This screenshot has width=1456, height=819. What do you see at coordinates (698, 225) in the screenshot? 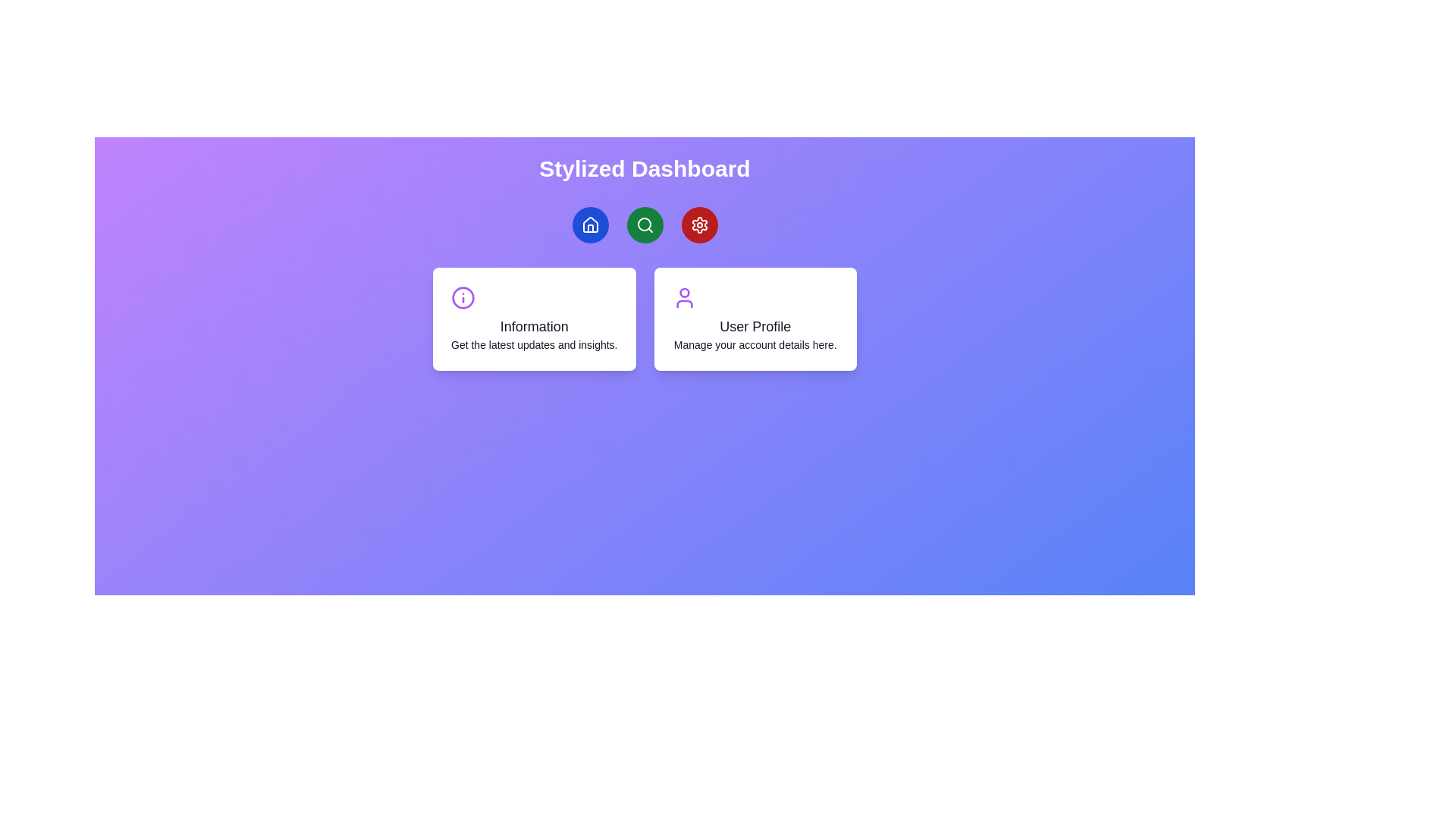
I see `the circular red button with a white gear symbol` at bounding box center [698, 225].